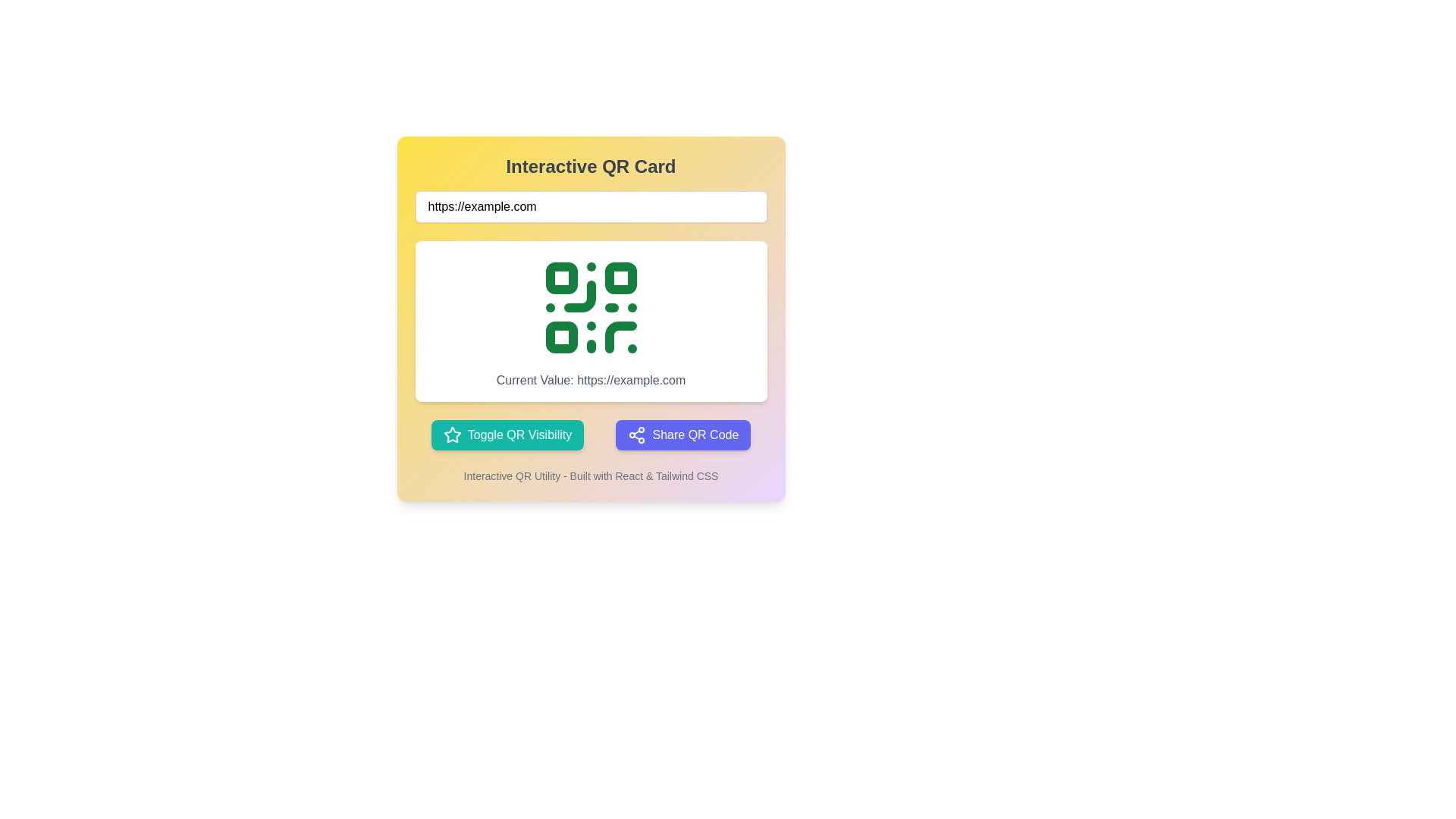 This screenshot has width=1456, height=819. I want to click on the small green square with rounded corners located in the top-left part of the QR code graphic, so click(560, 278).